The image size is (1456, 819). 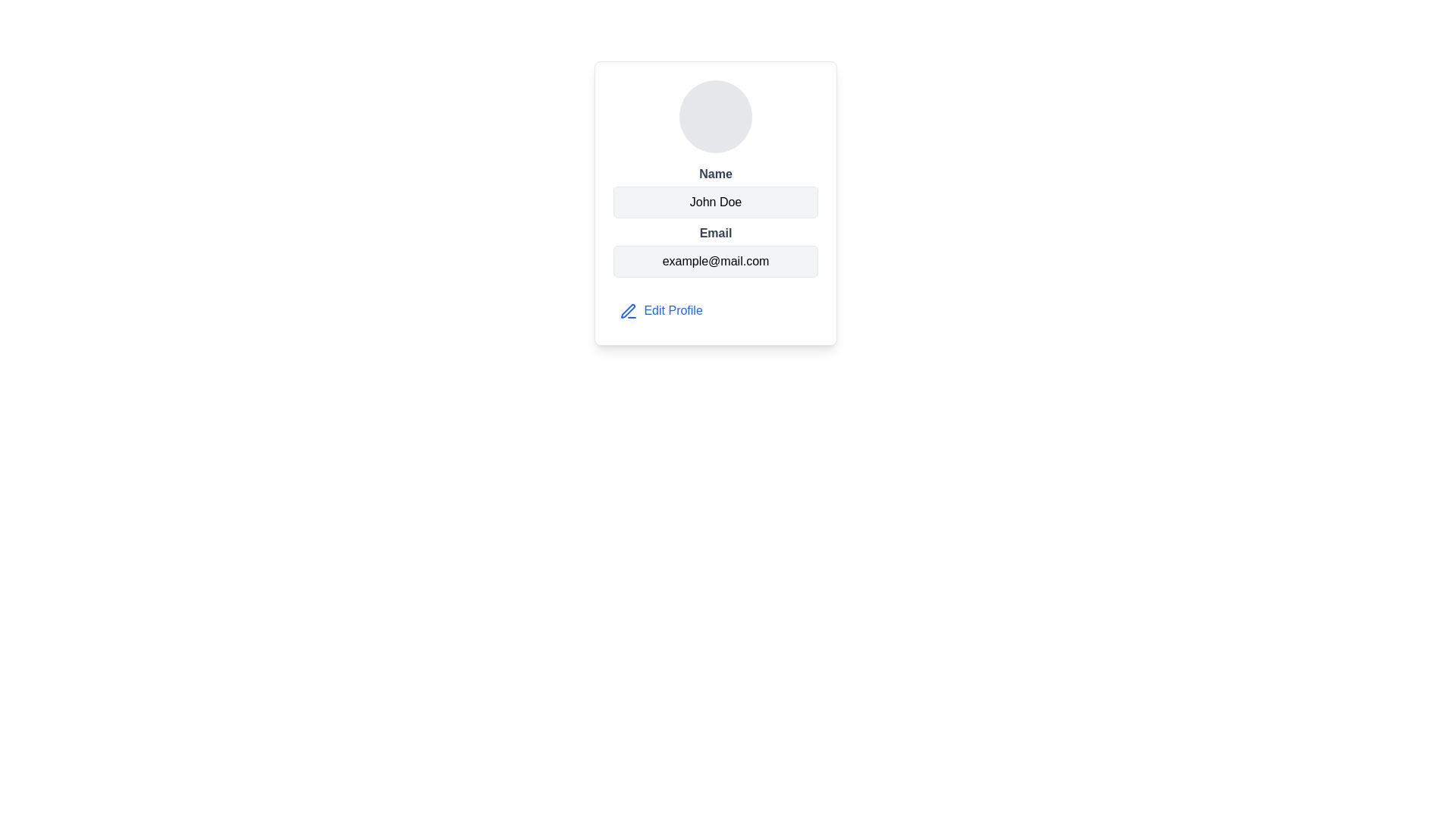 What do you see at coordinates (715, 250) in the screenshot?
I see `the Text Display Block that shows the user's email address, positioned below the name section and above the 'Edit Profile' link in the user card` at bounding box center [715, 250].